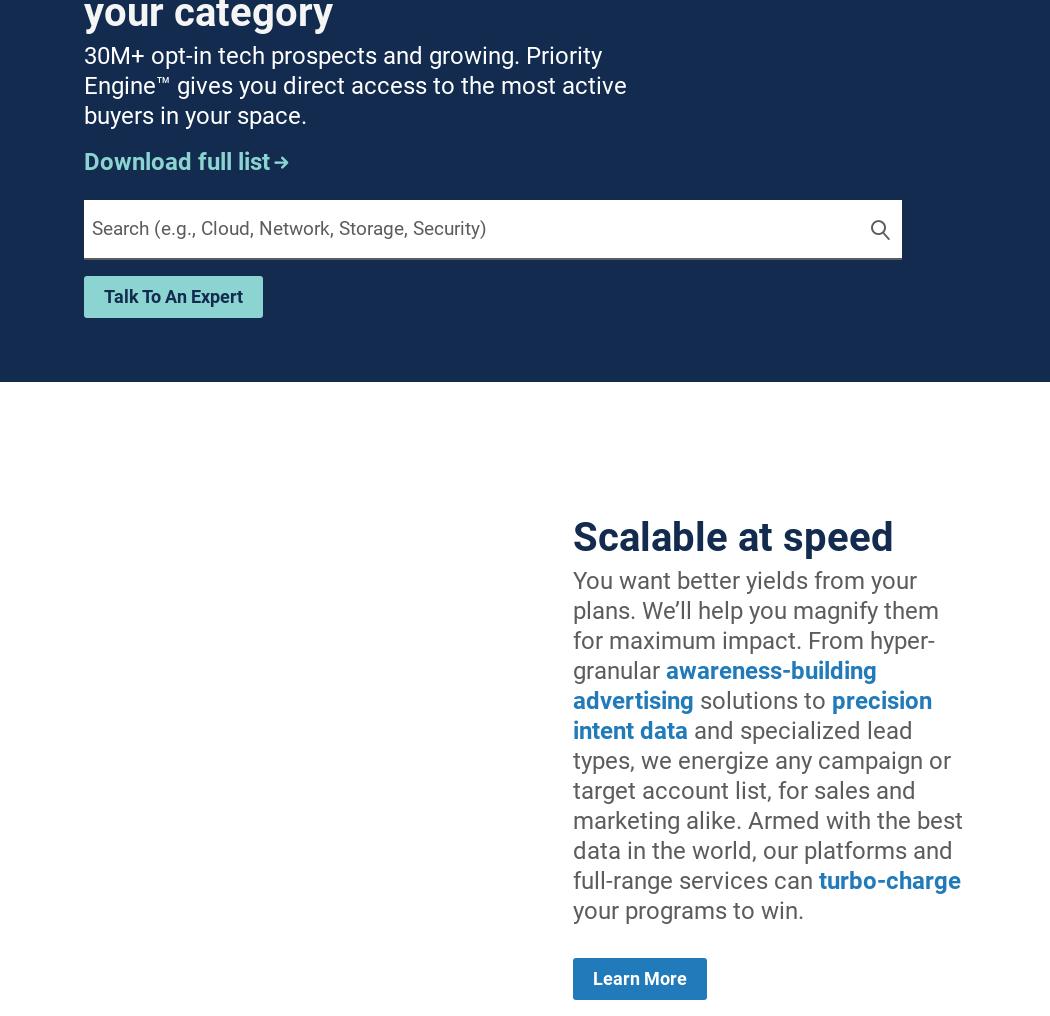  I want to click on 'precision intent data', so click(752, 714).